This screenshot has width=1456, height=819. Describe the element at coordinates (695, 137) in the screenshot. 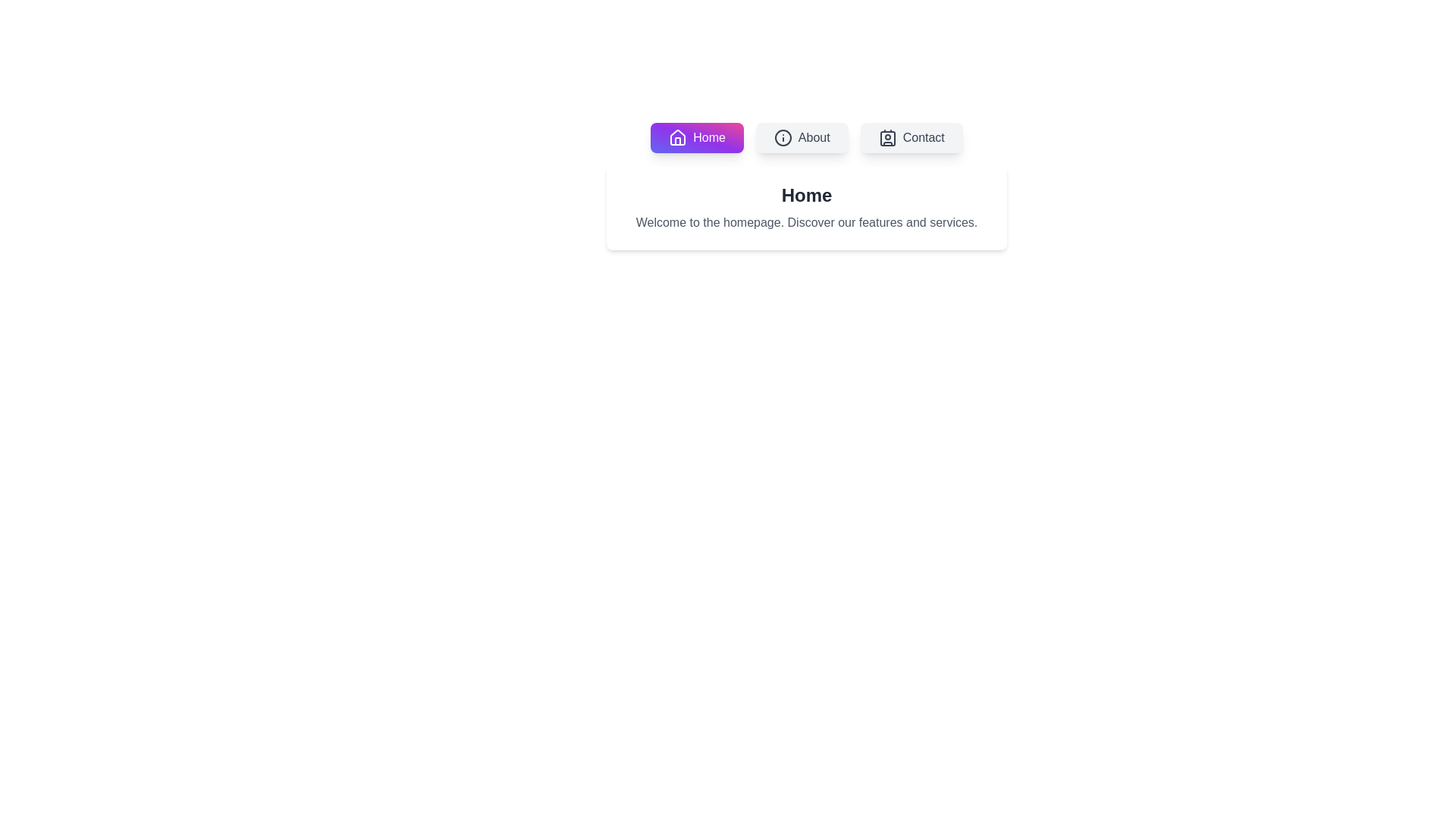

I see `the 'Home' tab to view its content` at that location.